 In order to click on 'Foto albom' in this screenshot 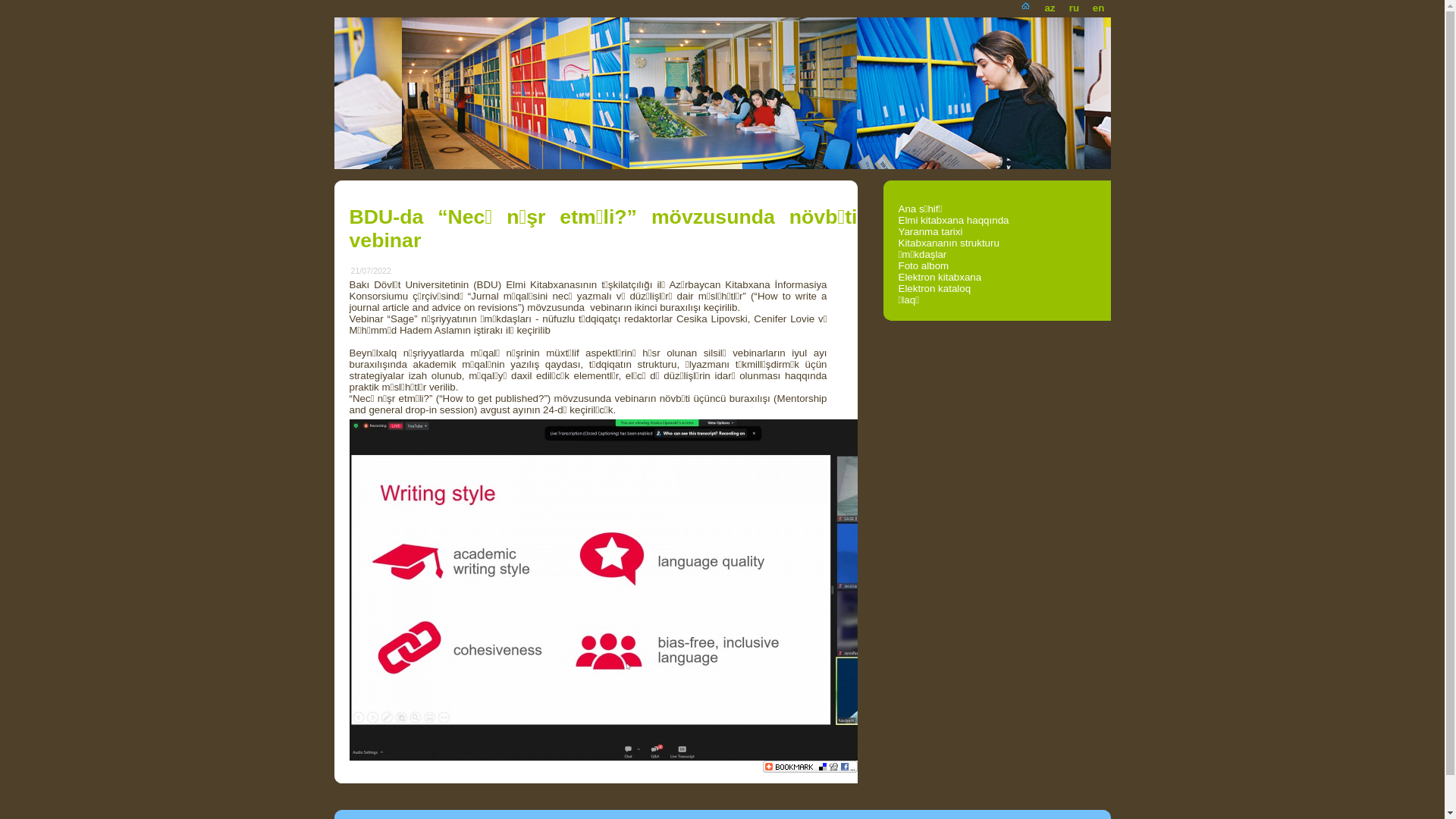, I will do `click(898, 265)`.